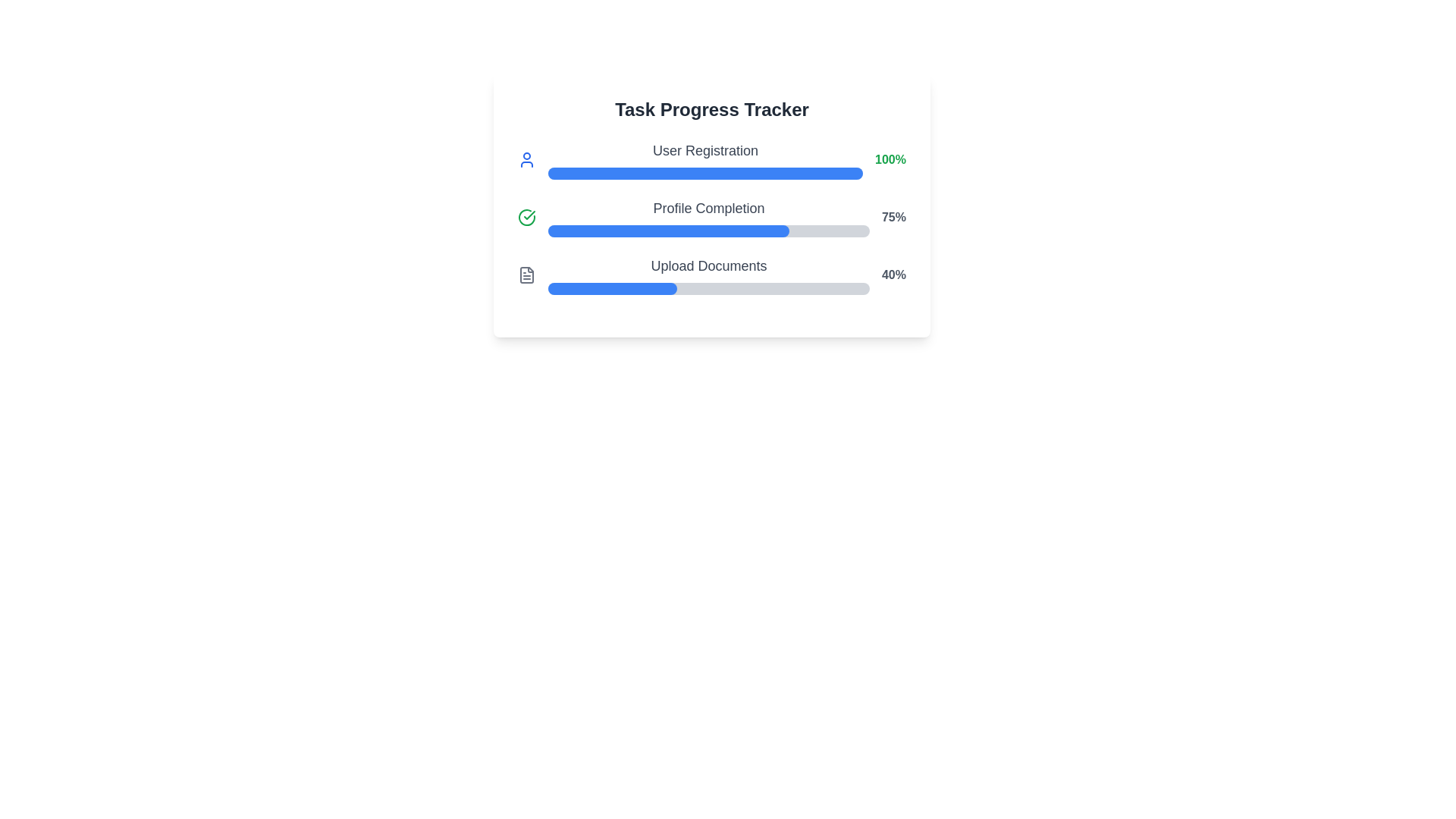 This screenshot has width=1456, height=819. Describe the element at coordinates (708, 231) in the screenshot. I see `the horizontal progress bar indicating 75% completion located below the 'Profile Completion' label` at that location.